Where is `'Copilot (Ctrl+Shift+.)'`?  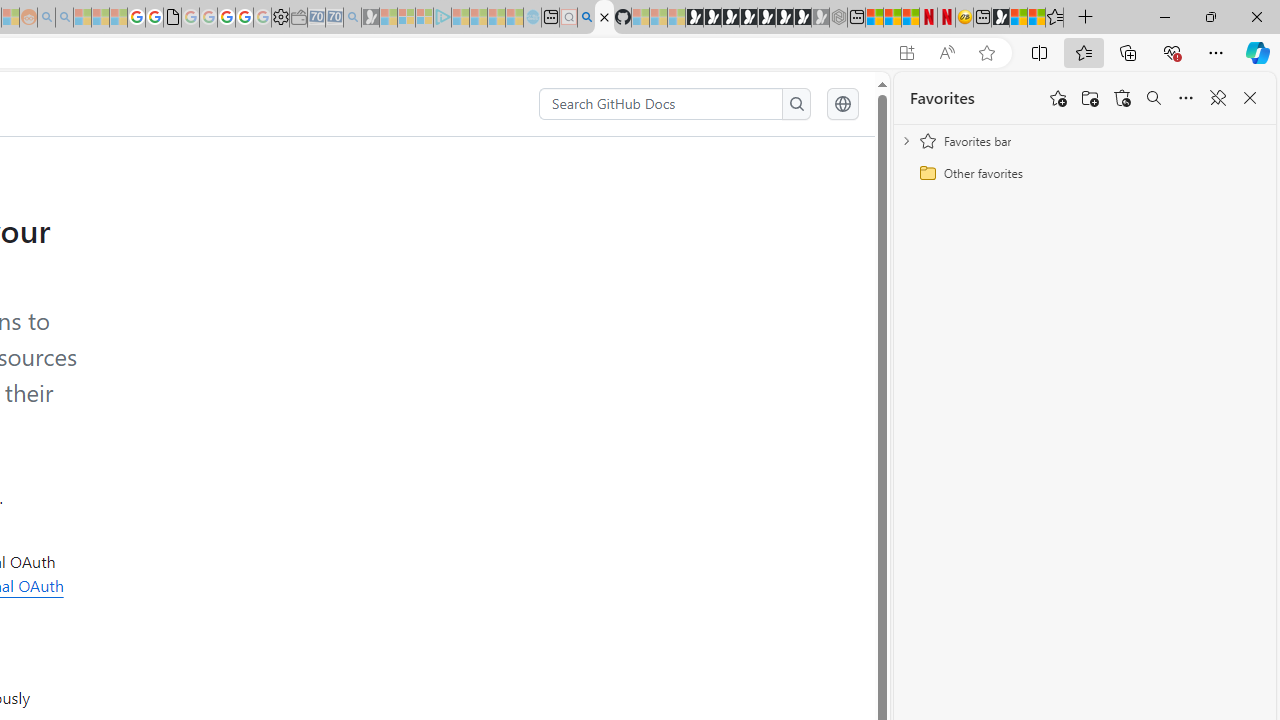
'Copilot (Ctrl+Shift+.)' is located at coordinates (1257, 51).